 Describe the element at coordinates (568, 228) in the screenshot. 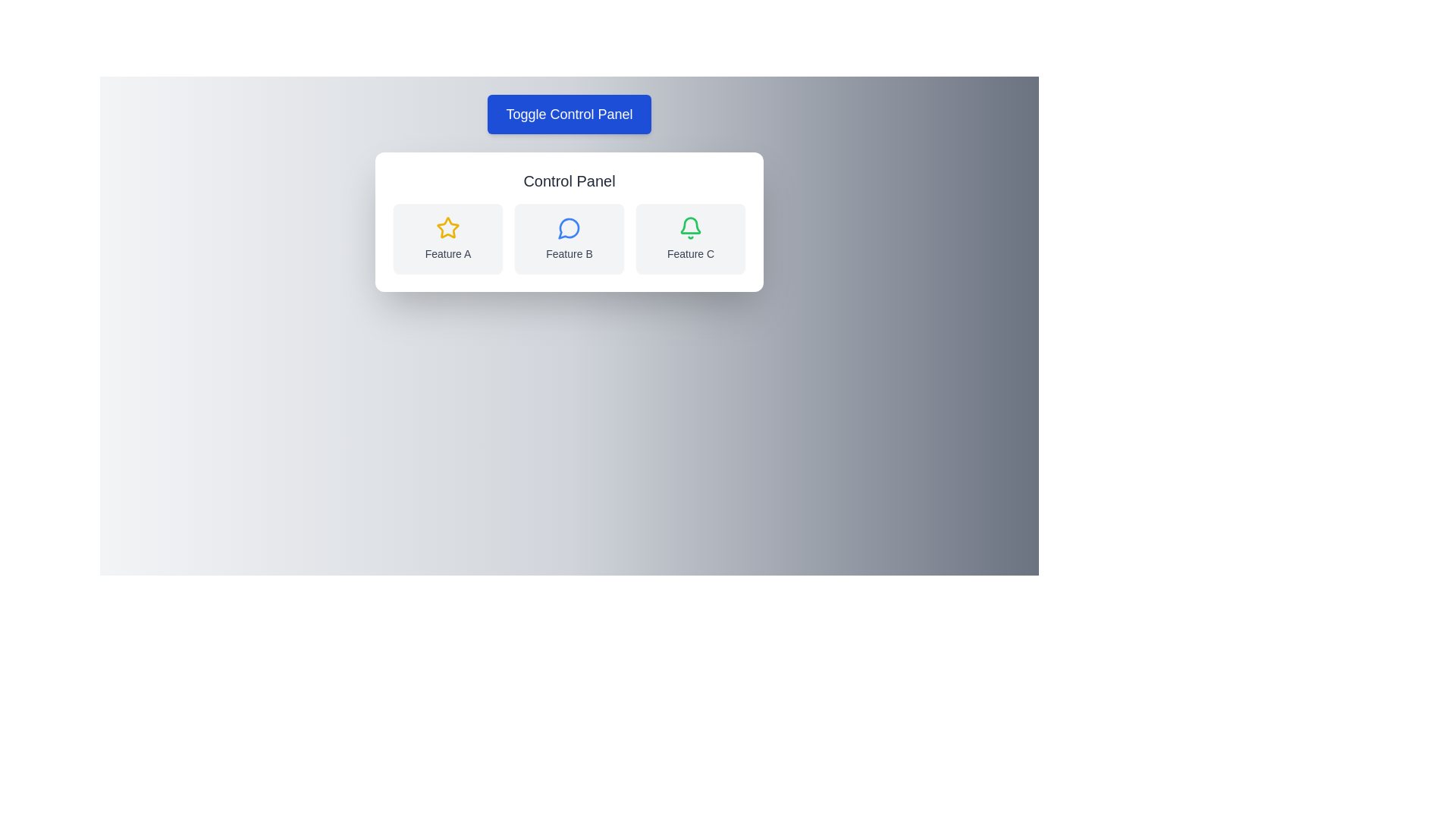

I see `the SVG icon representing a message balloon, which is the middle icon in a group of three icons located in the central panel of a card layout` at that location.